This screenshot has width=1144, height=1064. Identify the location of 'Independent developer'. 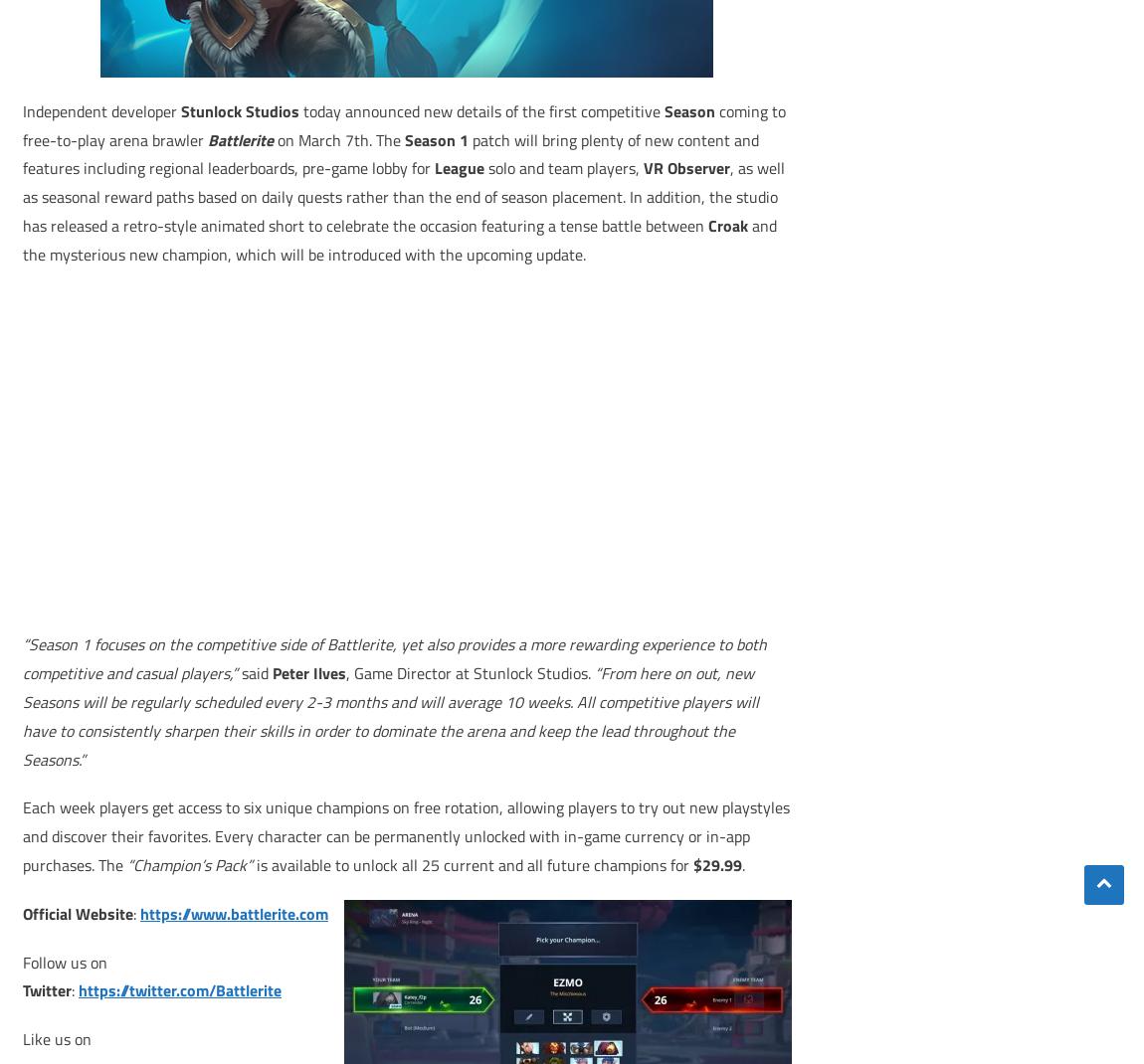
(100, 109).